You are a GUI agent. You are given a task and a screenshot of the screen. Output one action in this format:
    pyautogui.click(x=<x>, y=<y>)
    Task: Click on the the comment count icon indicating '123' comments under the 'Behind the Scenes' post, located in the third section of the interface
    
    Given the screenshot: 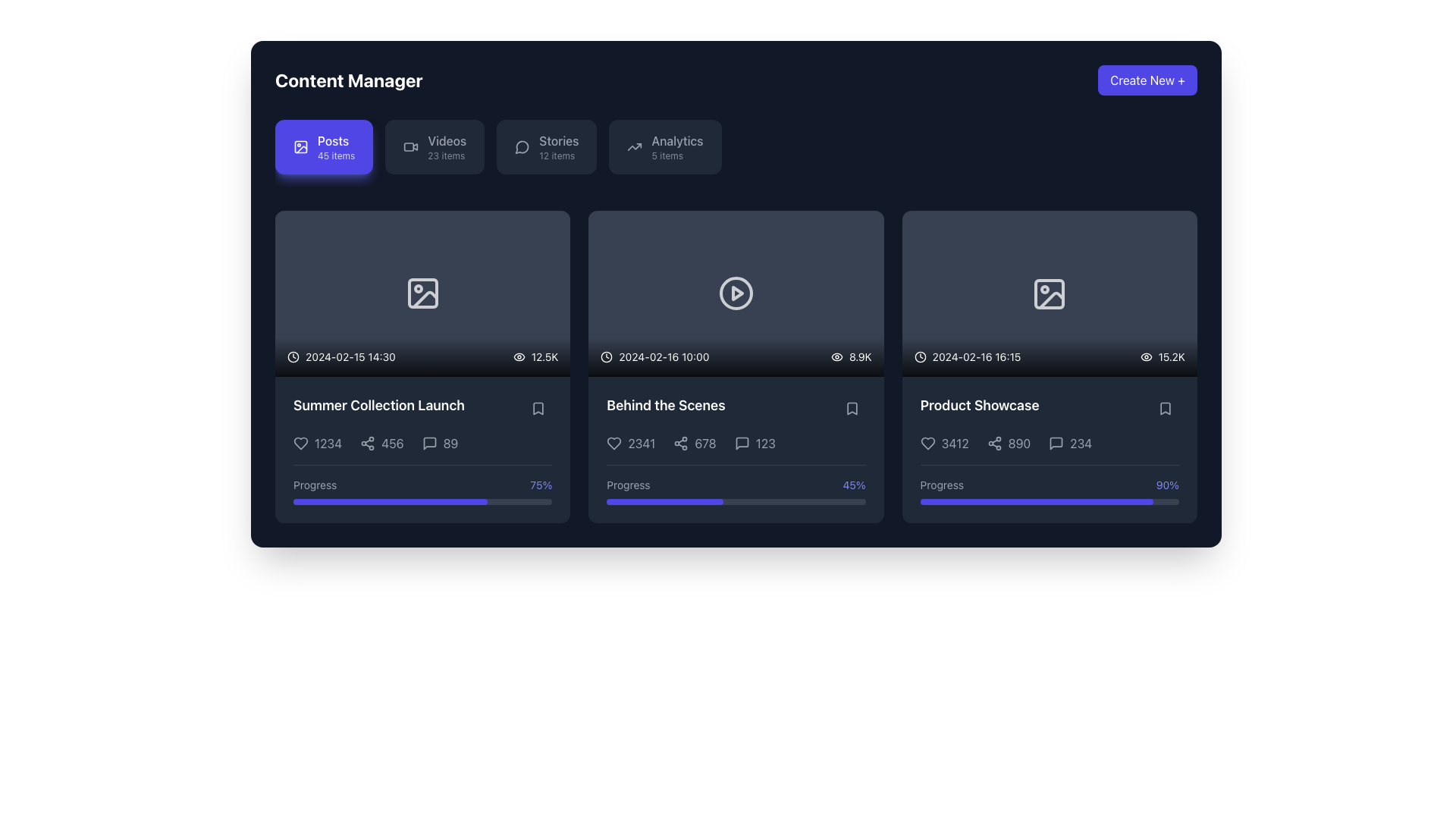 What is the action you would take?
    pyautogui.click(x=742, y=443)
    